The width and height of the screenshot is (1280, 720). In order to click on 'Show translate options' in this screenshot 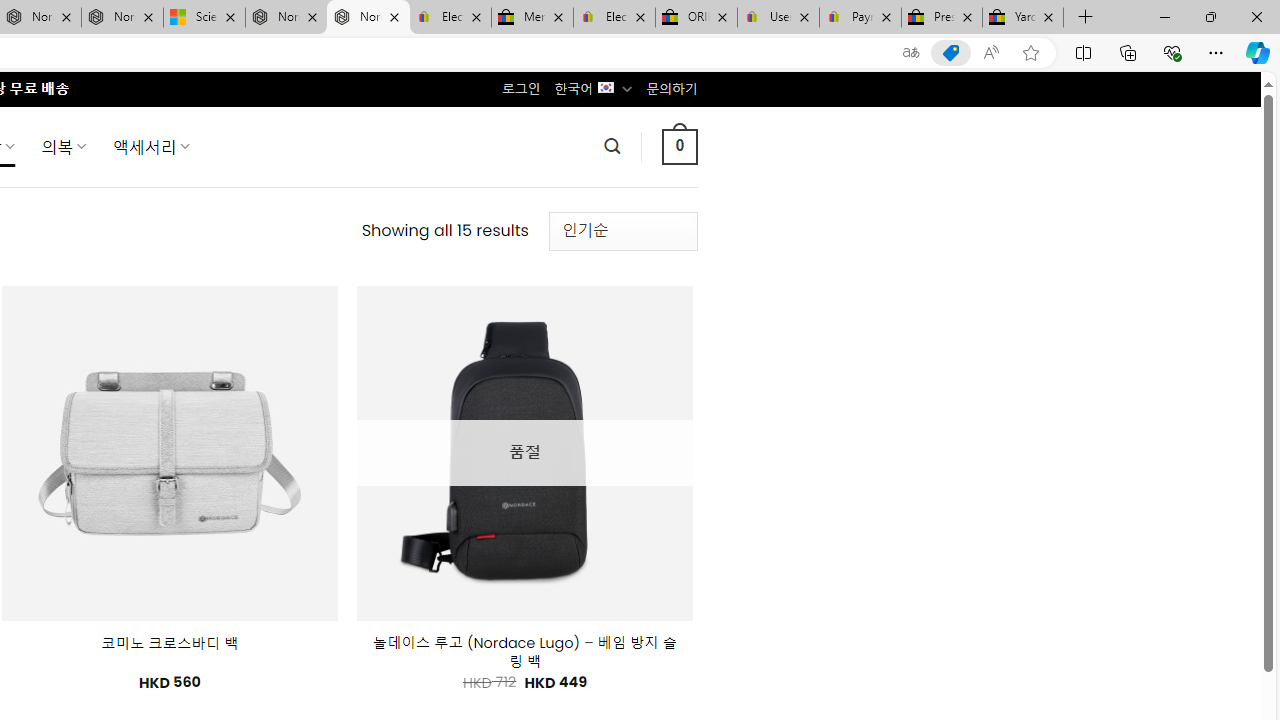, I will do `click(909, 52)`.